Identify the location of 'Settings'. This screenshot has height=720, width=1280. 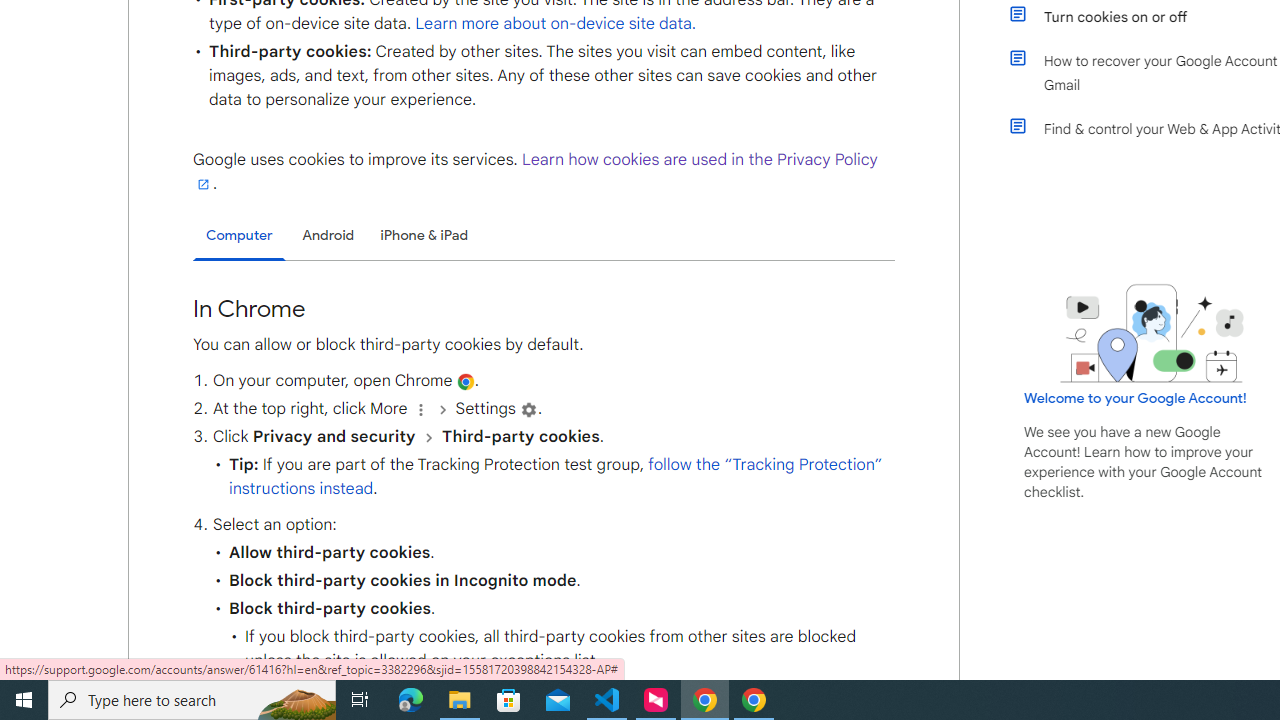
(529, 408).